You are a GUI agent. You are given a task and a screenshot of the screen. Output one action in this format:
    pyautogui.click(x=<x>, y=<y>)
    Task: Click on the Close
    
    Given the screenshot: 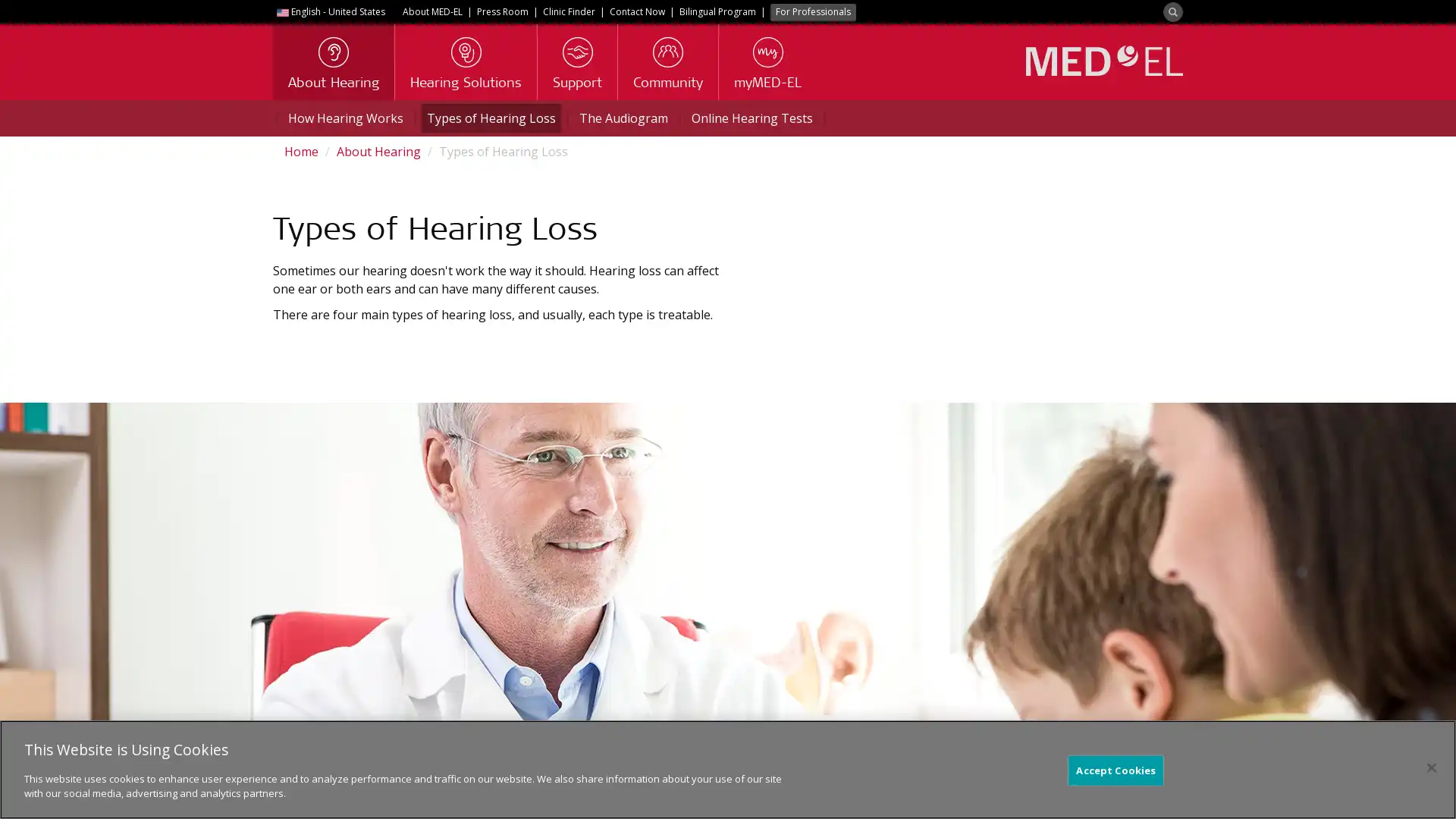 What is the action you would take?
    pyautogui.click(x=1430, y=767)
    